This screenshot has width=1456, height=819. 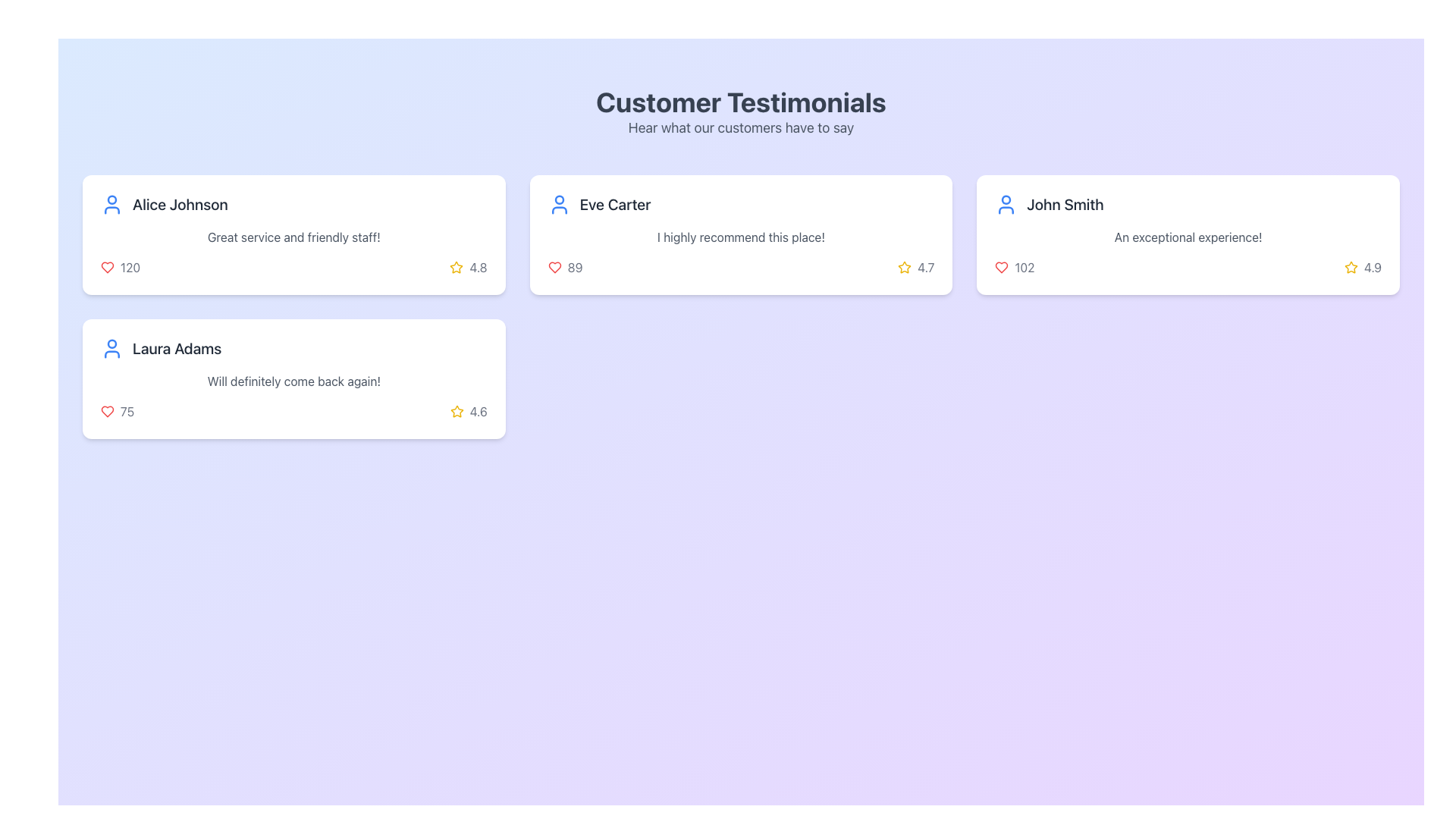 I want to click on the Testimonial Card located at the top-left of the three-column grid layout to trigger additional effects such as shadow enhancement, so click(x=293, y=234).